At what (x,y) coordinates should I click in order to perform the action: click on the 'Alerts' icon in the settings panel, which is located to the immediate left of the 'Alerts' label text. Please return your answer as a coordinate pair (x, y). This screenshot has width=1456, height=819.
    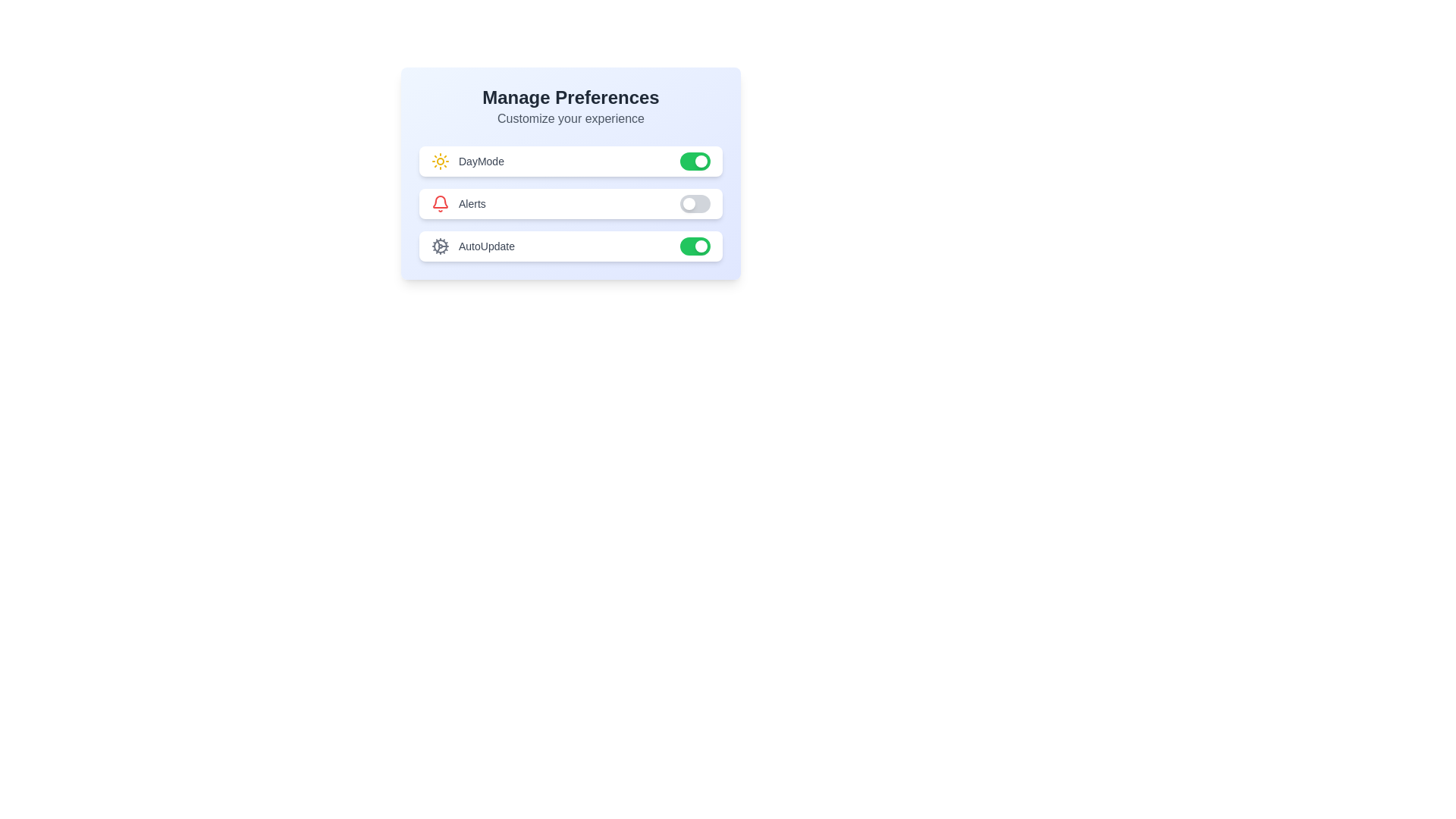
    Looking at the image, I should click on (439, 203).